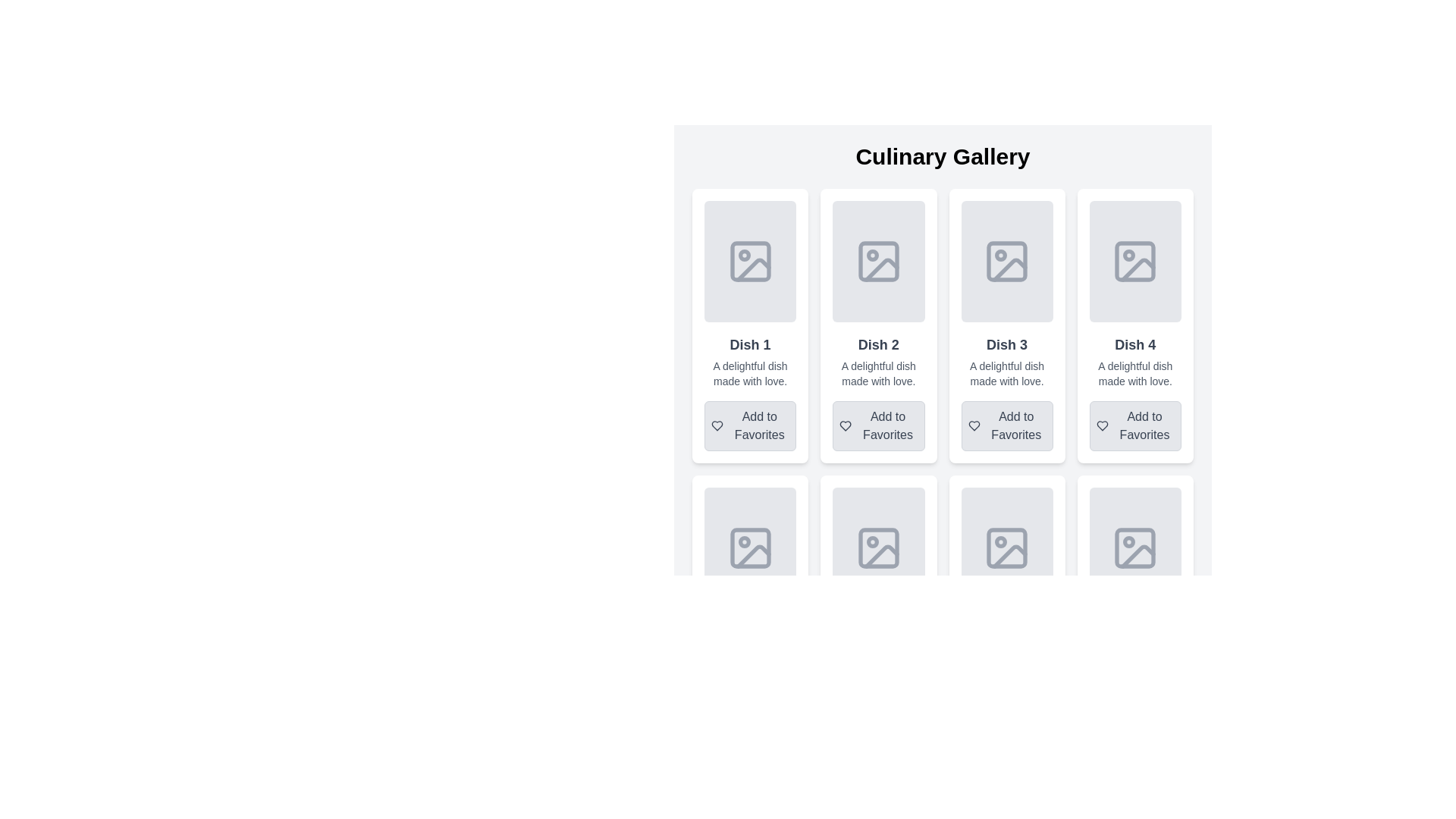  Describe the element at coordinates (1129, 541) in the screenshot. I see `the small circular dot located in the lower-right corner of the fifth image grid item in the interface layout` at that location.